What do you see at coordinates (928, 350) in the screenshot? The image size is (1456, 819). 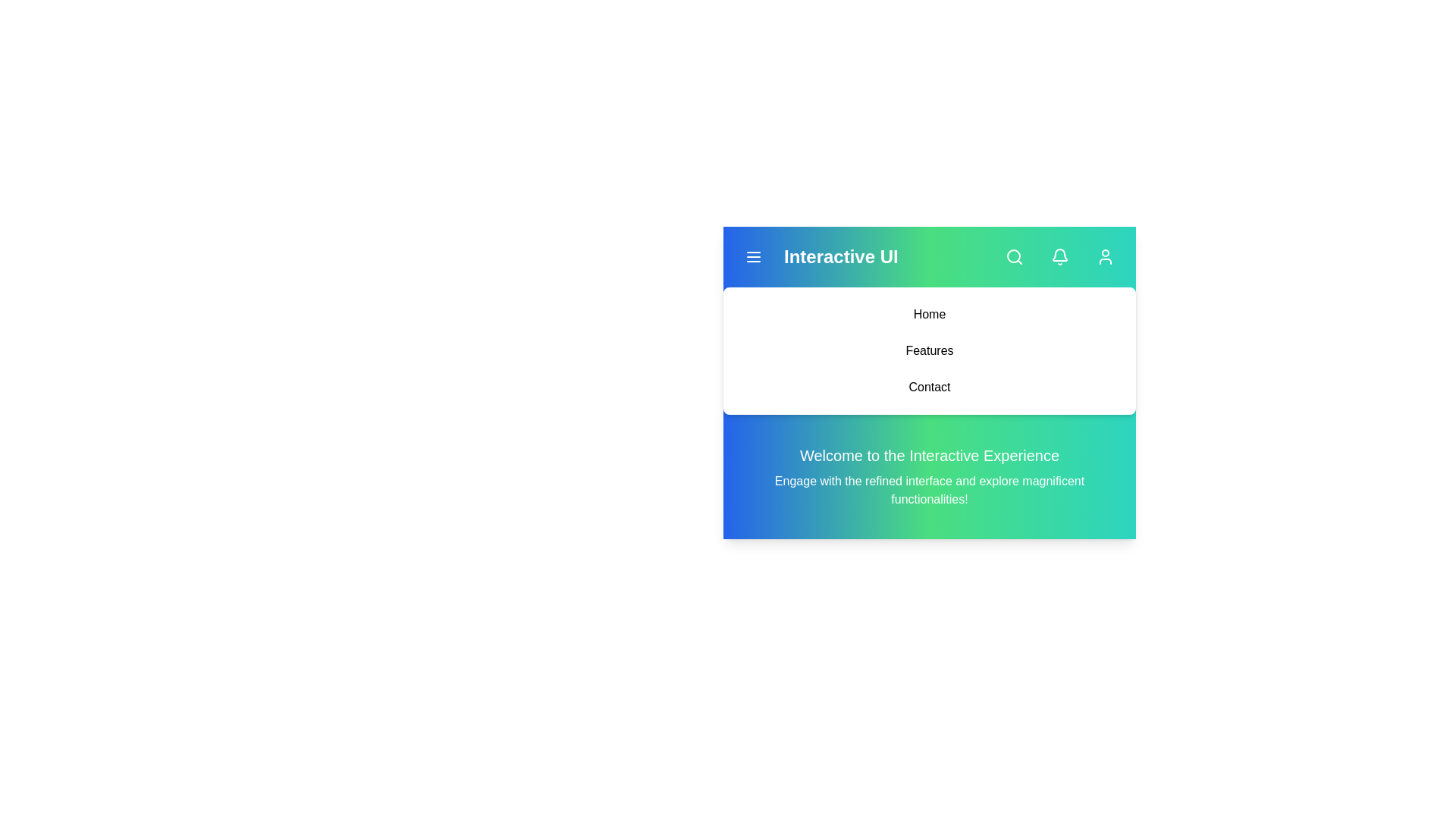 I see `the 'Features' link in the dropdown menu` at bounding box center [928, 350].